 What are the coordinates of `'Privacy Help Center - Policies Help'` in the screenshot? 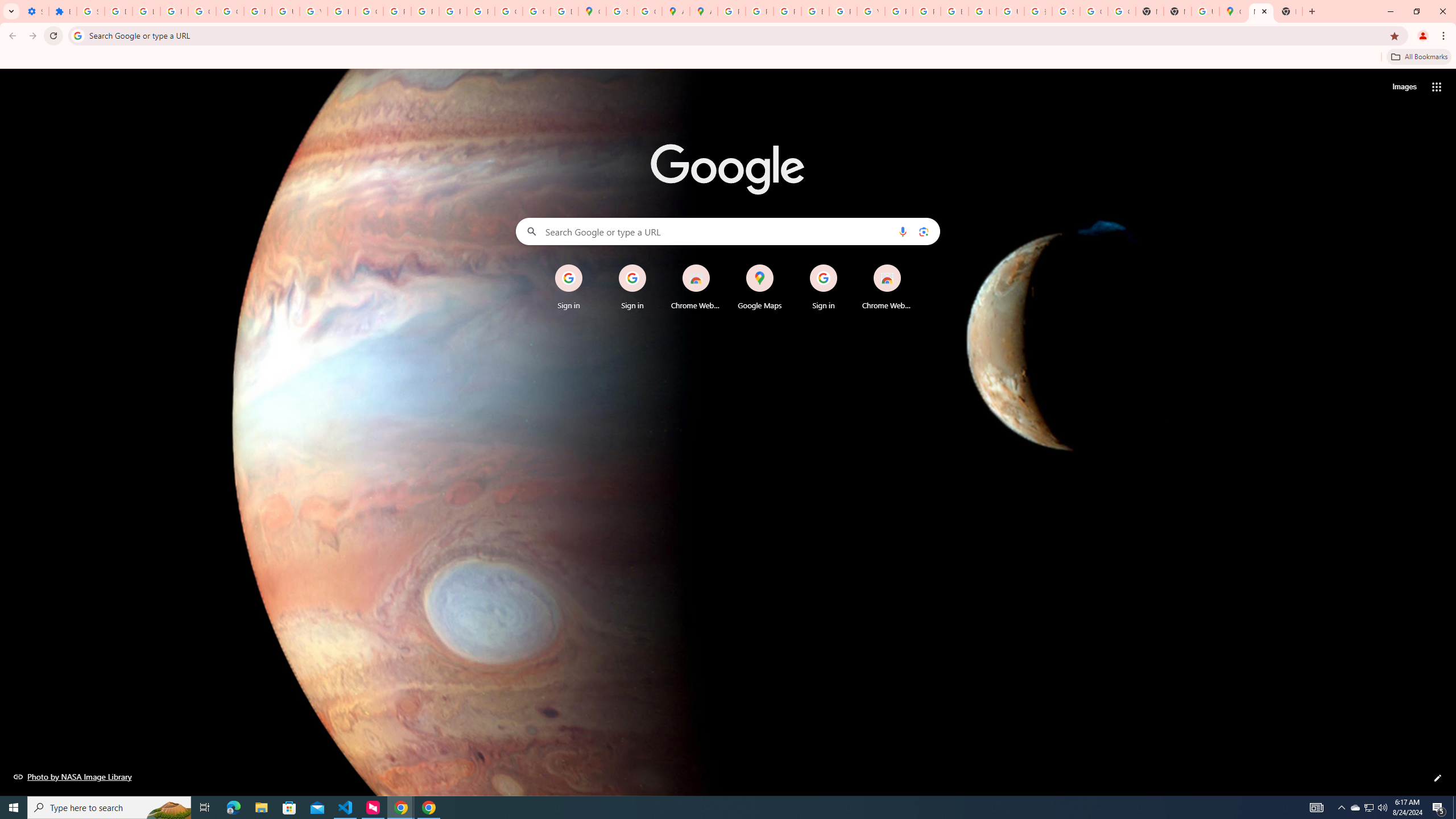 It's located at (787, 11).